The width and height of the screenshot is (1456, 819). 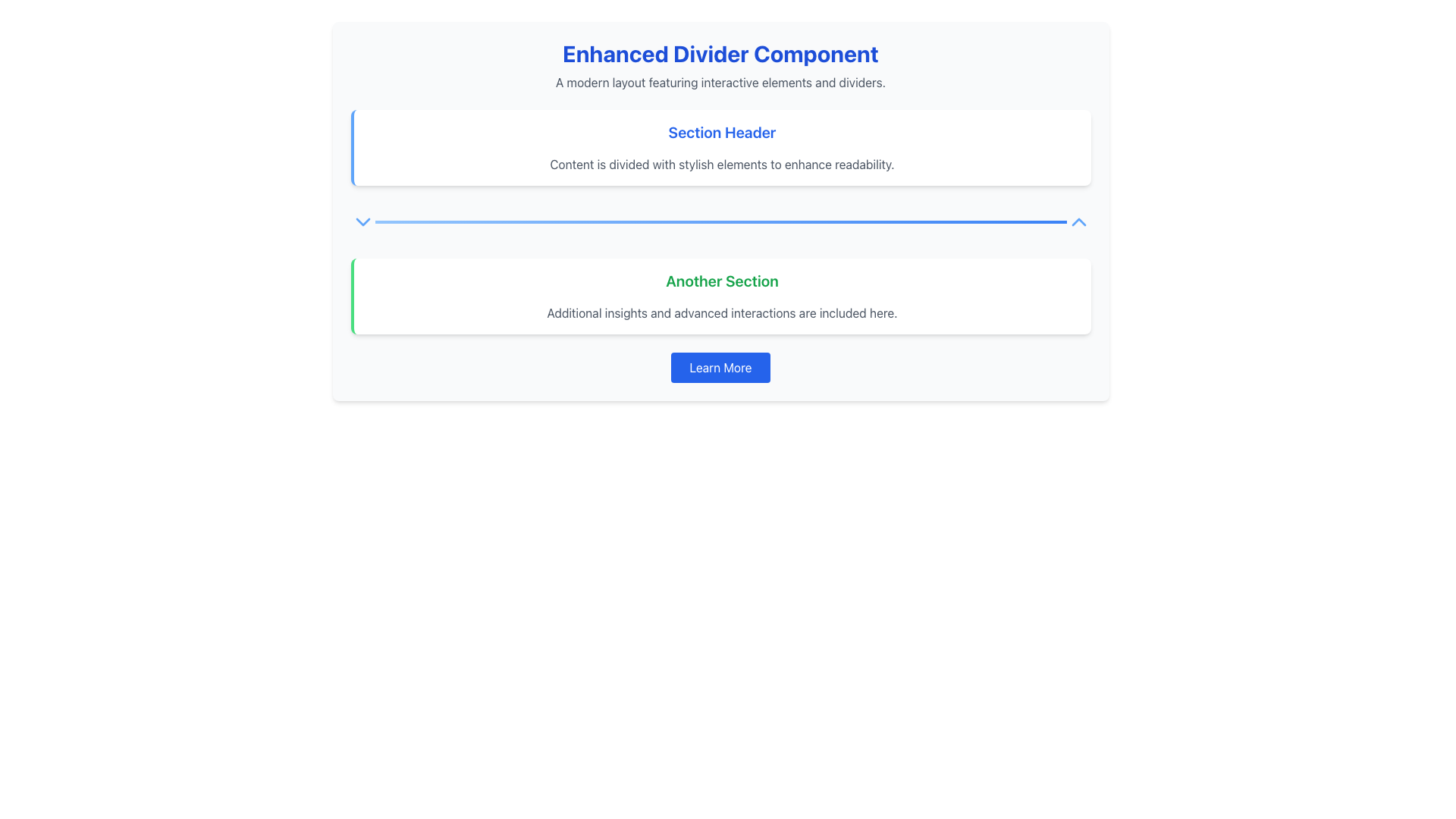 I want to click on the bold text label reading 'Enhanced Divider Component', which is centrally located near the top of the interface, so click(x=720, y=52).